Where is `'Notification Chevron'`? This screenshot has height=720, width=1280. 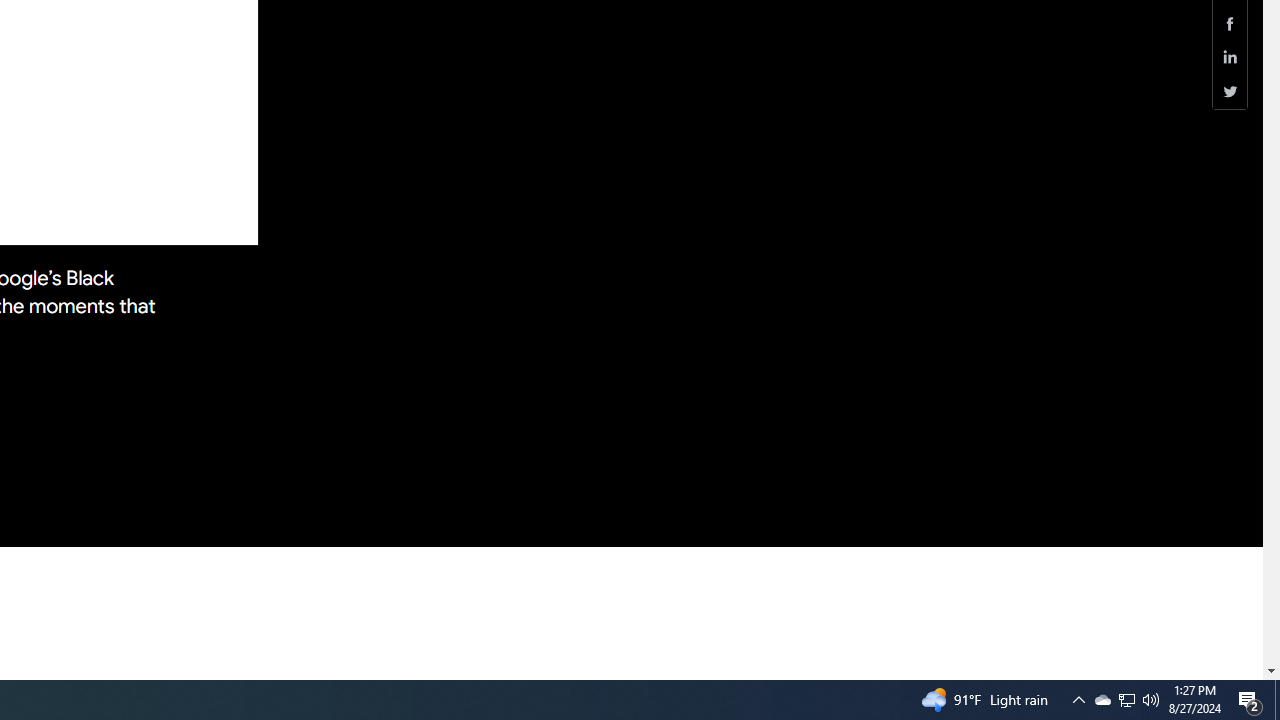
'Notification Chevron' is located at coordinates (1078, 698).